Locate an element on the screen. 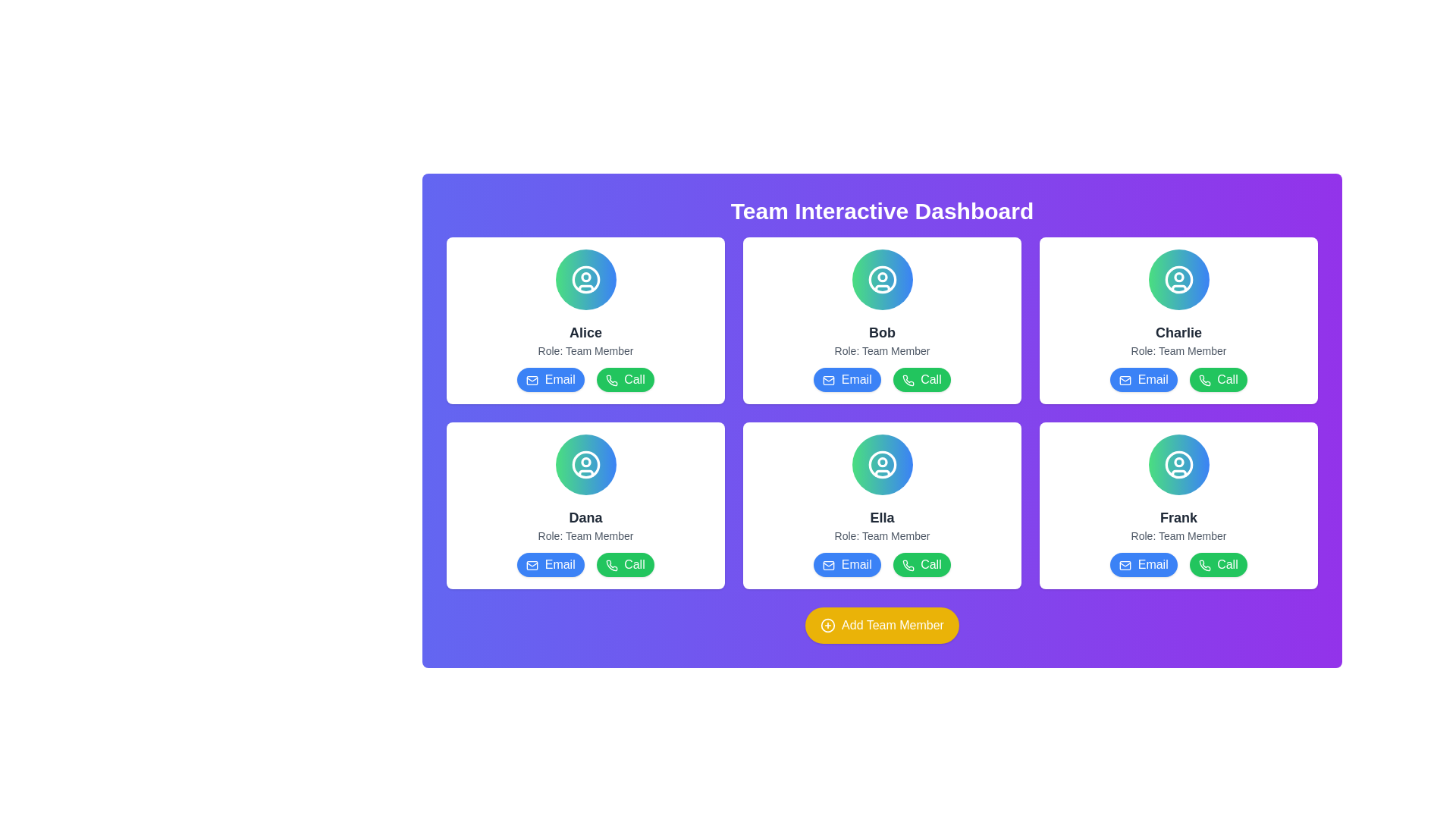 The image size is (1456, 819). the circular user profile icon with a white outline and gradient background in Dana's profile card on the Team Interactive Dashboard is located at coordinates (585, 464).